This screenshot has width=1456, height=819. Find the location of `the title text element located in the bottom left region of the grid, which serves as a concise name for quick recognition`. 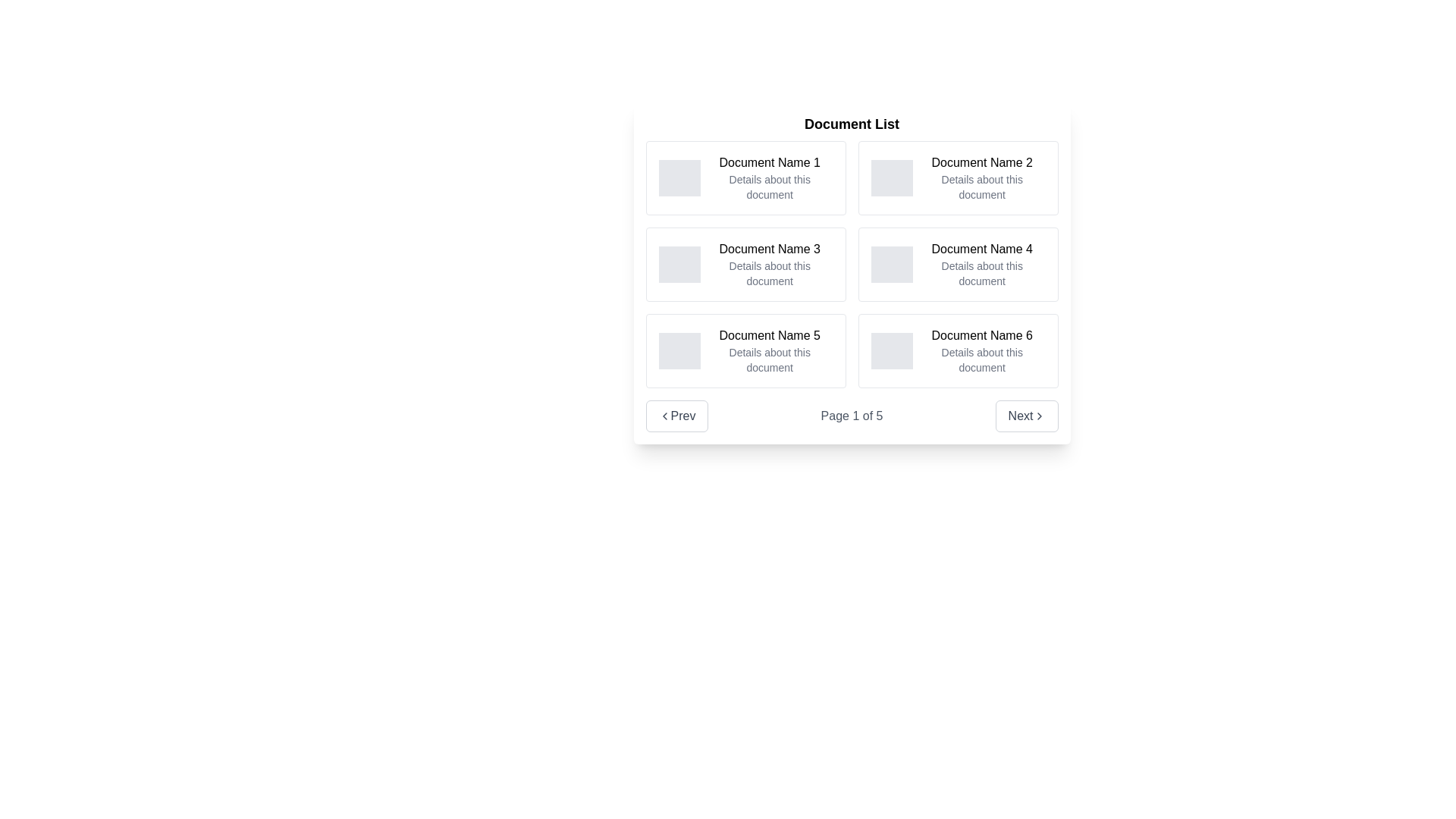

the title text element located in the bottom left region of the grid, which serves as a concise name for quick recognition is located at coordinates (770, 335).